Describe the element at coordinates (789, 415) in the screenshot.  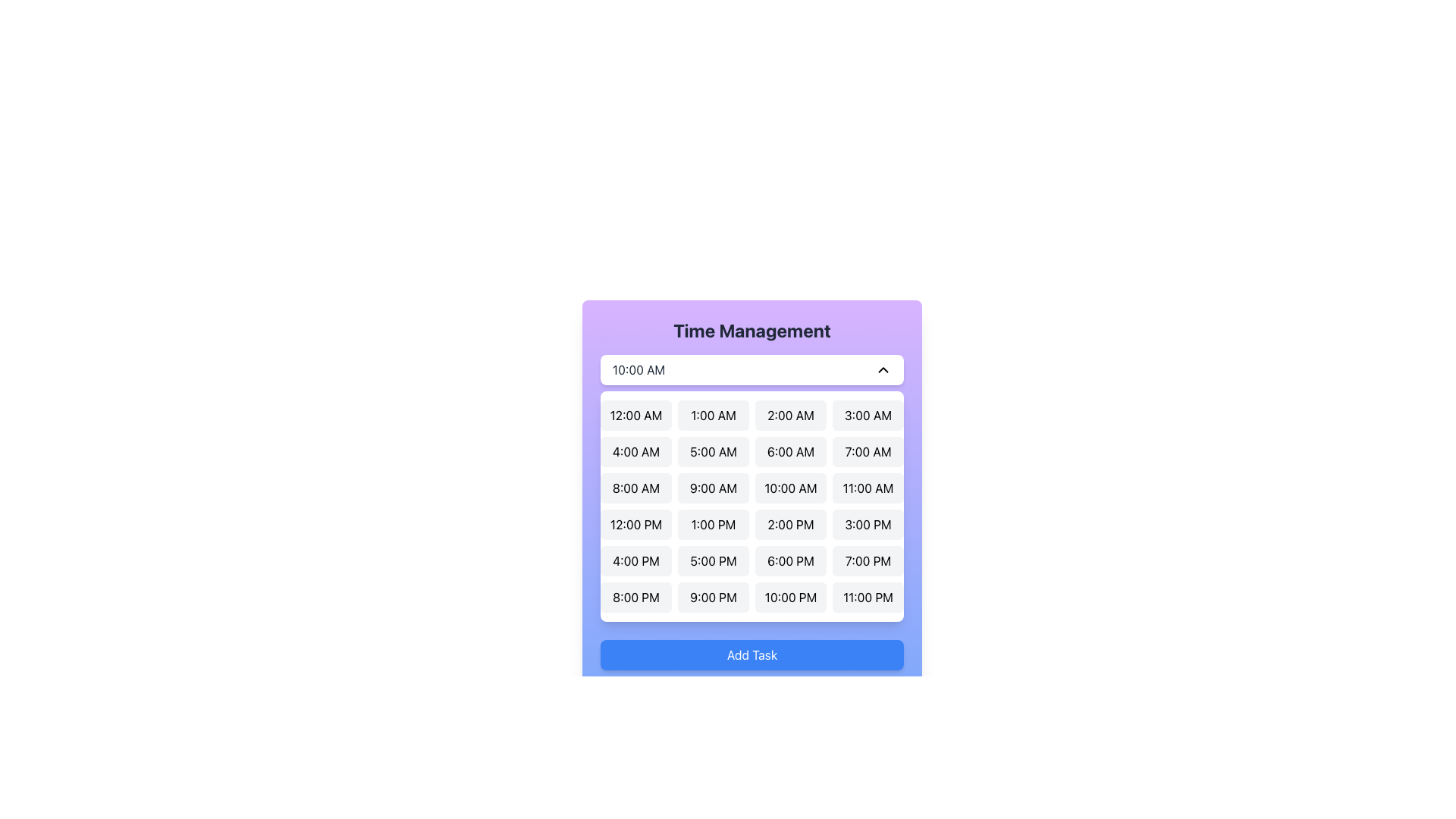
I see `the button labeled '2:00 AM', which is part of a dropdown selection menu in the first row, third column of a grid layout` at that location.